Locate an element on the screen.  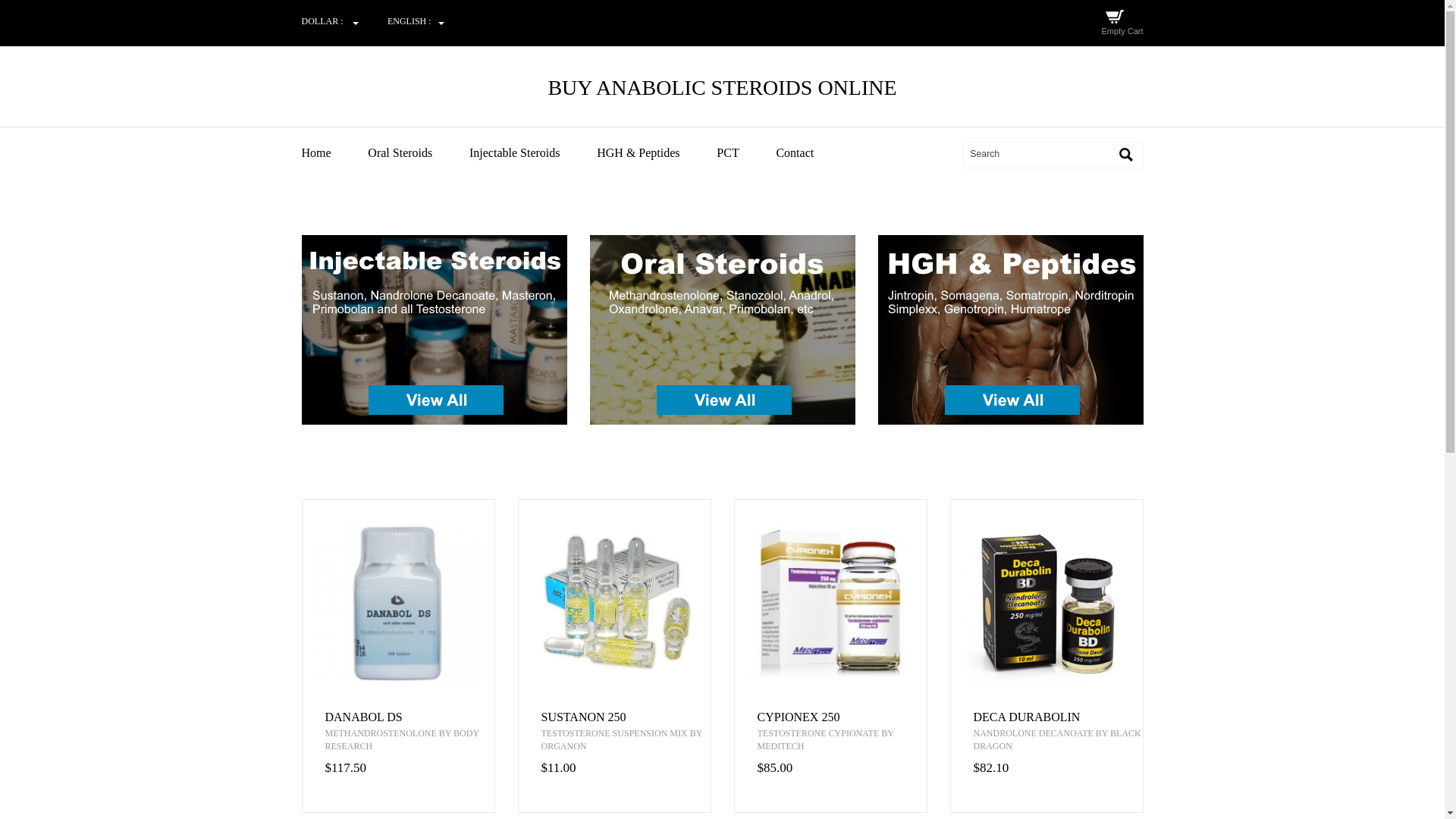
'Home' is located at coordinates (333, 153).